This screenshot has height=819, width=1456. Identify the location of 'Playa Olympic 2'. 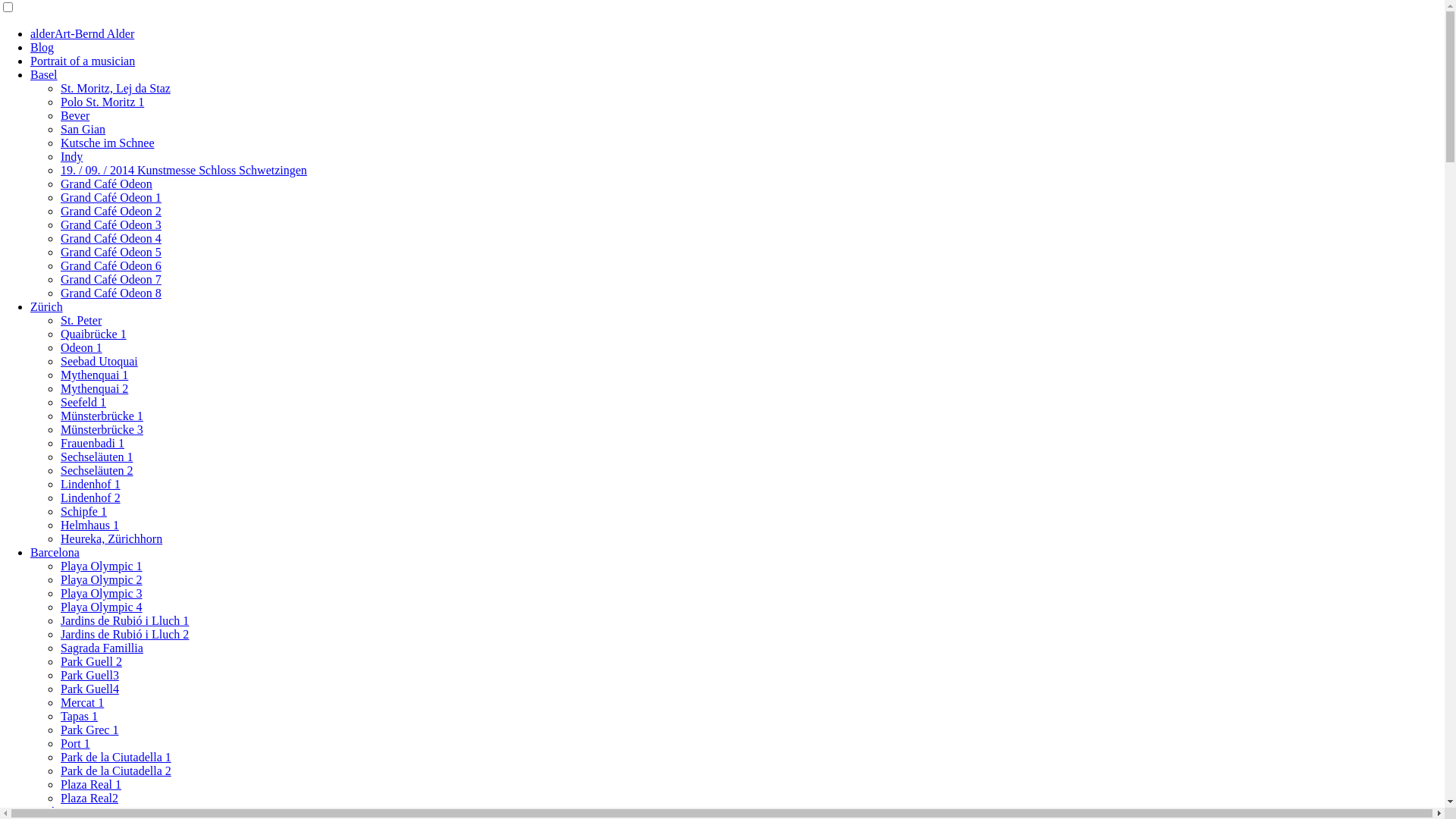
(101, 579).